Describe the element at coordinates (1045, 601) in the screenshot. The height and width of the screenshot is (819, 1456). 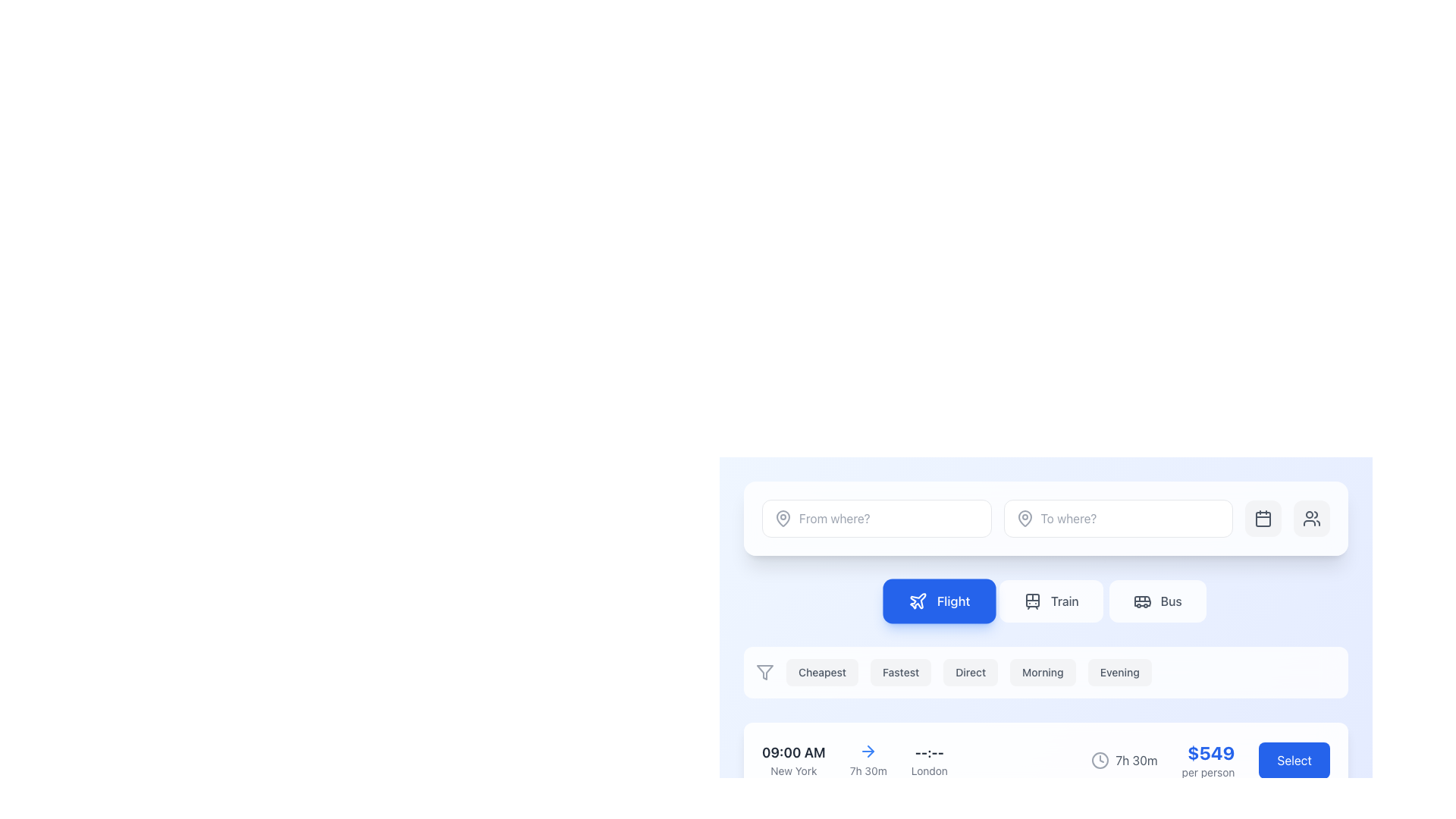
I see `the 'Train' button in the navigation menu` at that location.